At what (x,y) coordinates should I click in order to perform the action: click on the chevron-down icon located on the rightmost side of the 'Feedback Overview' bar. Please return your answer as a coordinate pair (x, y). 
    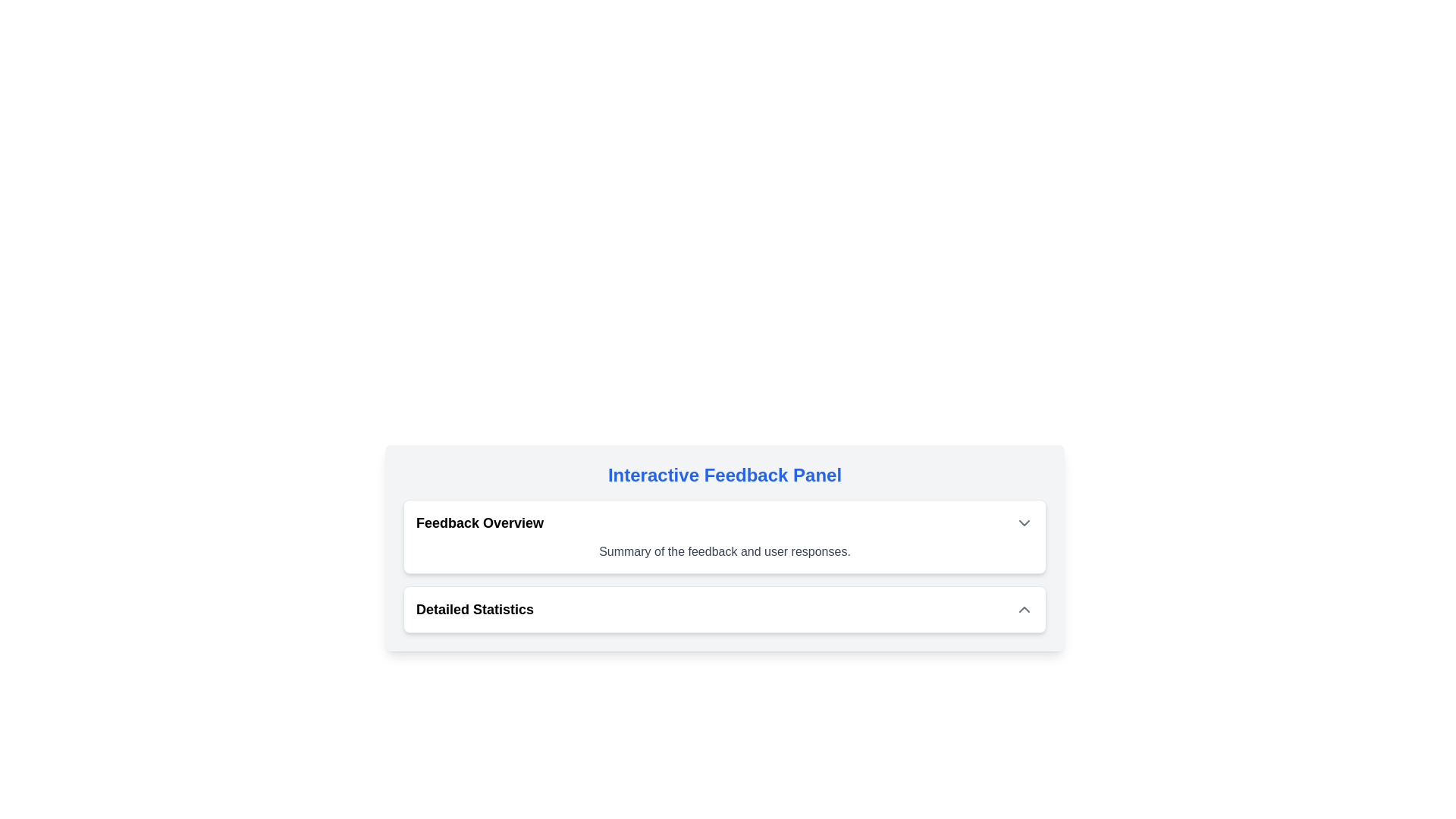
    Looking at the image, I should click on (1024, 522).